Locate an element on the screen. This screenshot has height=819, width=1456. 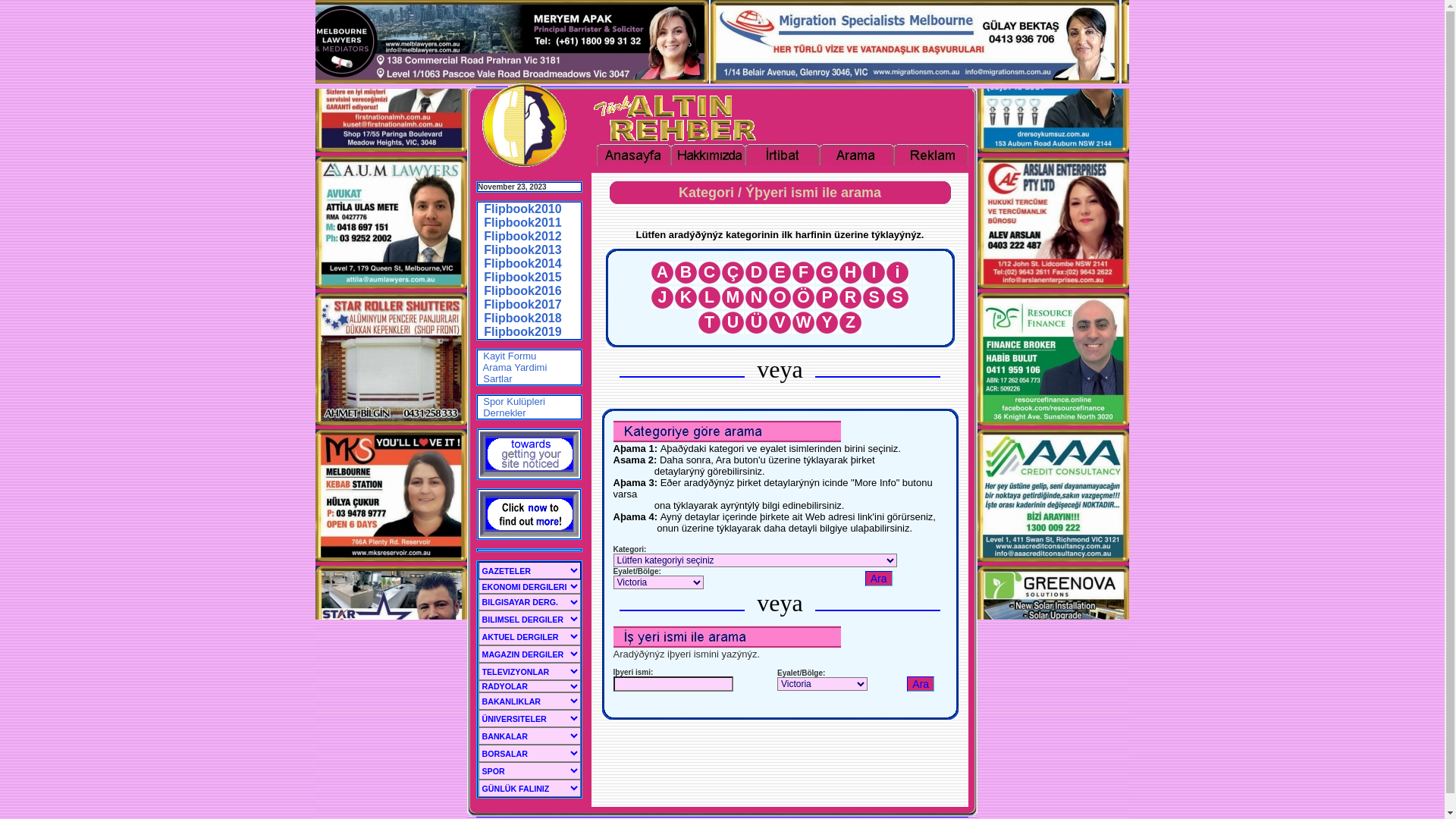
'K' is located at coordinates (685, 300).